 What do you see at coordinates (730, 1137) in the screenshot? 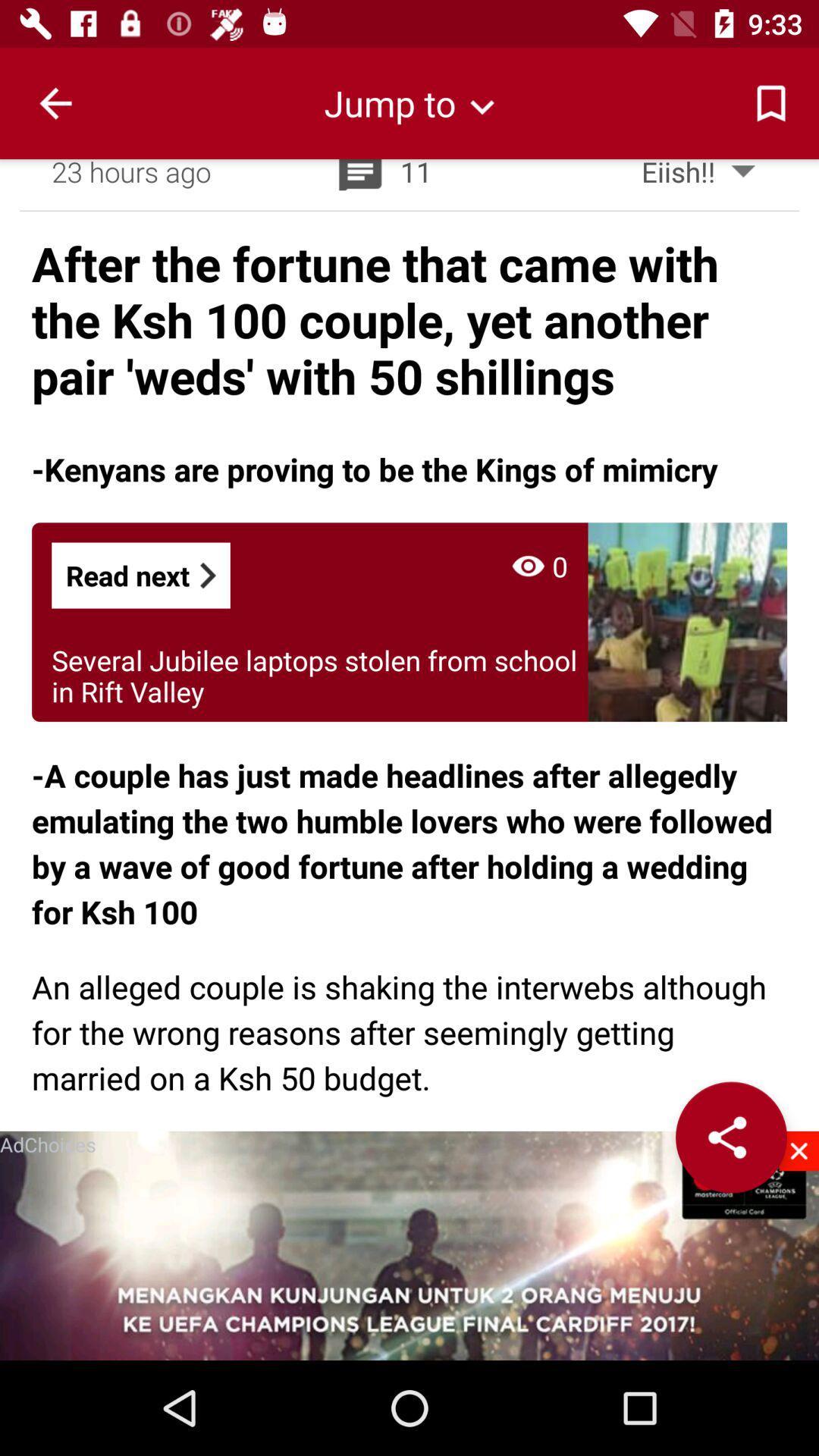
I see `share` at bounding box center [730, 1137].